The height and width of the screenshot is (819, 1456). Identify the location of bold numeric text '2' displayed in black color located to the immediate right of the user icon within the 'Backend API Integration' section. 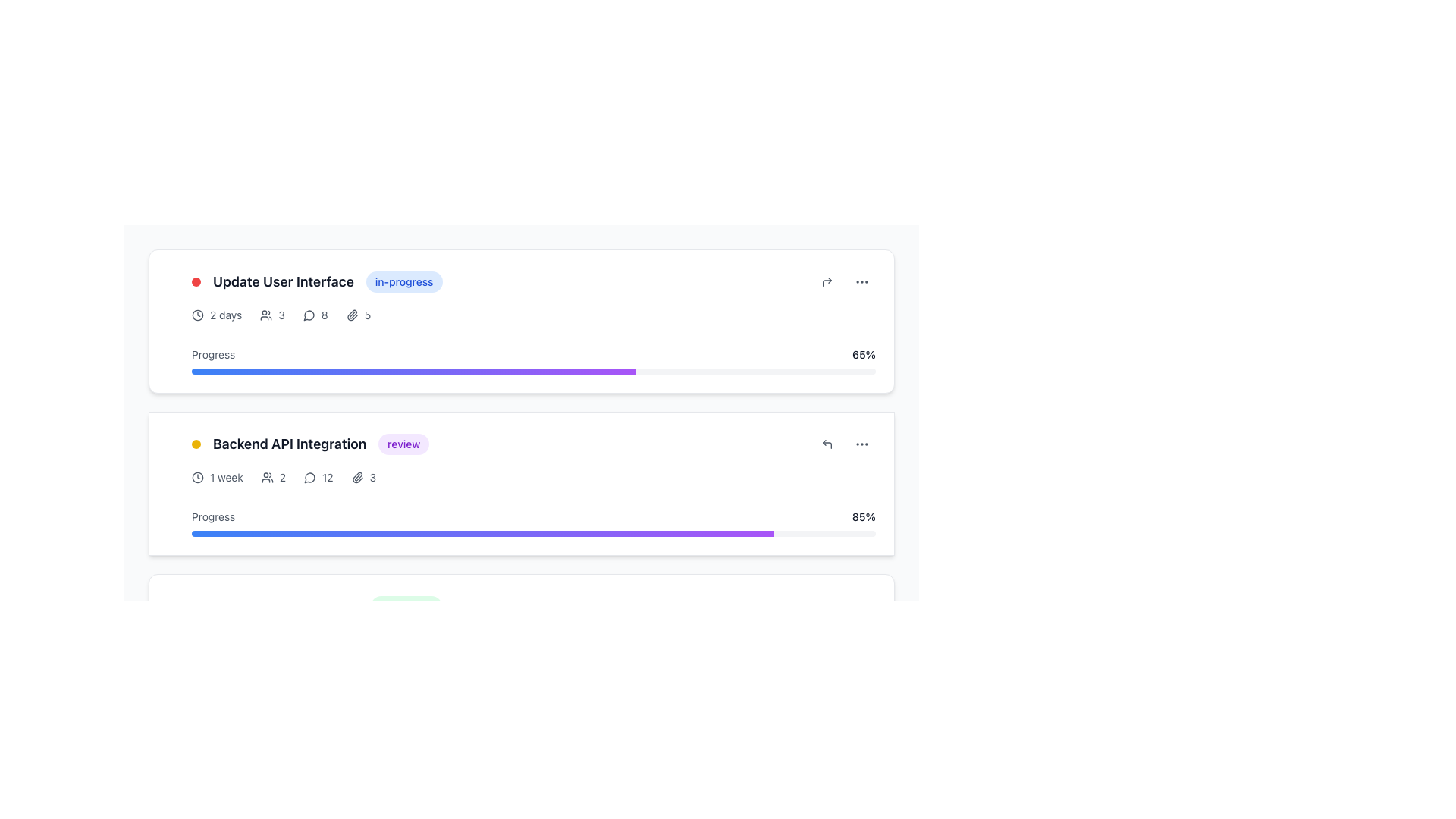
(282, 476).